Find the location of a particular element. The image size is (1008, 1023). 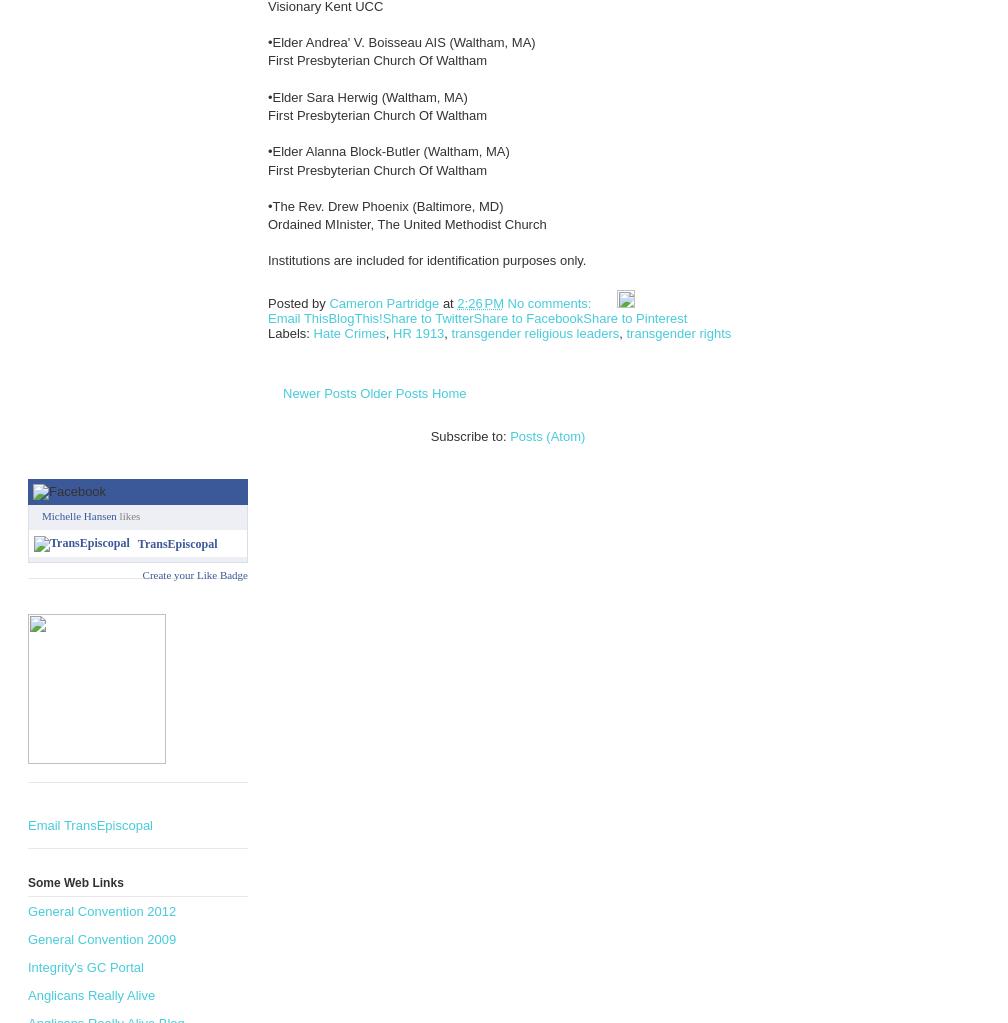

'transgender religious leaders' is located at coordinates (535, 333).